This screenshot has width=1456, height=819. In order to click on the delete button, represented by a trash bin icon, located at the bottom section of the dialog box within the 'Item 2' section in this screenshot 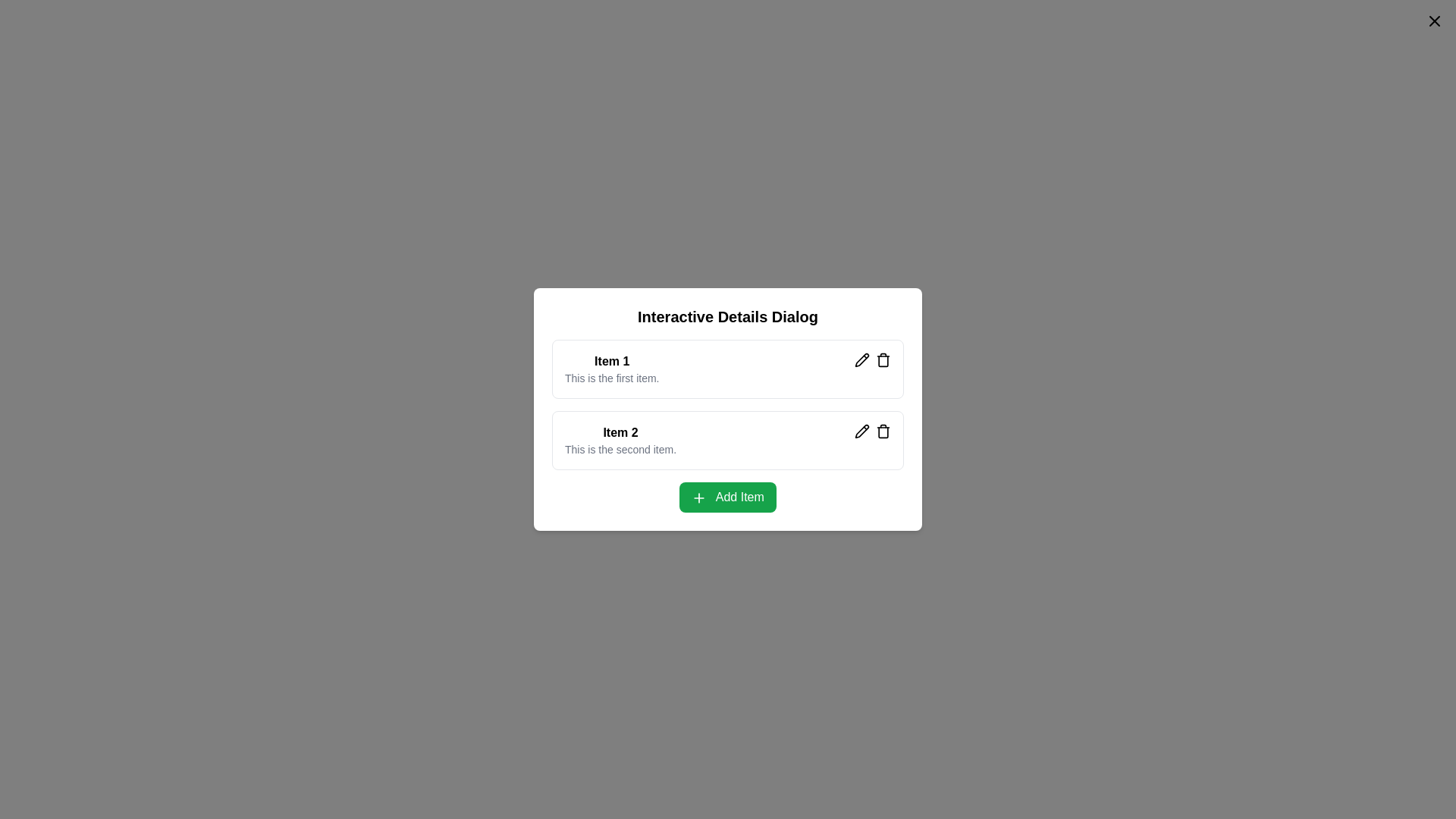, I will do `click(883, 431)`.